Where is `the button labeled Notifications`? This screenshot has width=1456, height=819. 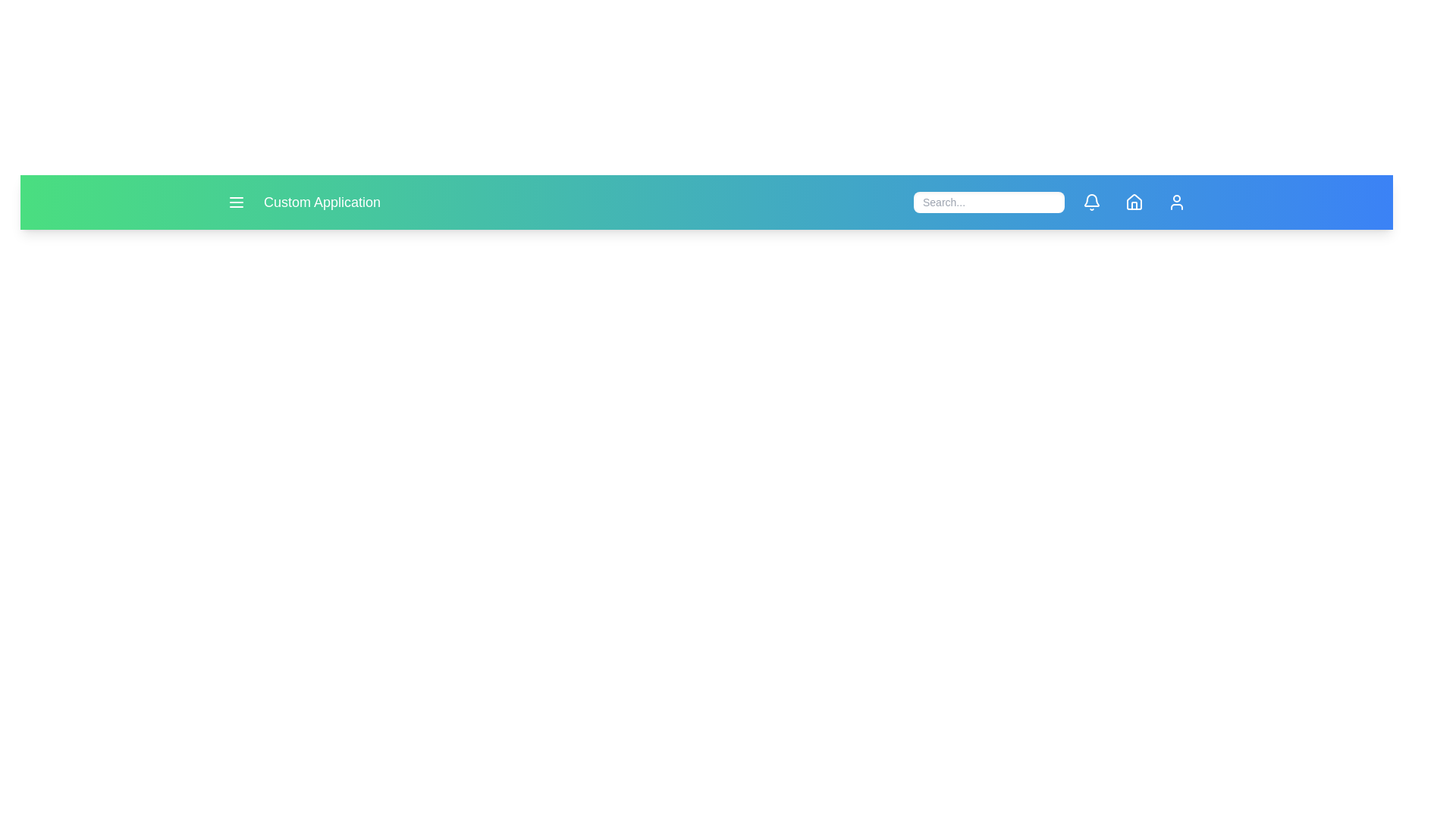
the button labeled Notifications is located at coordinates (1092, 201).